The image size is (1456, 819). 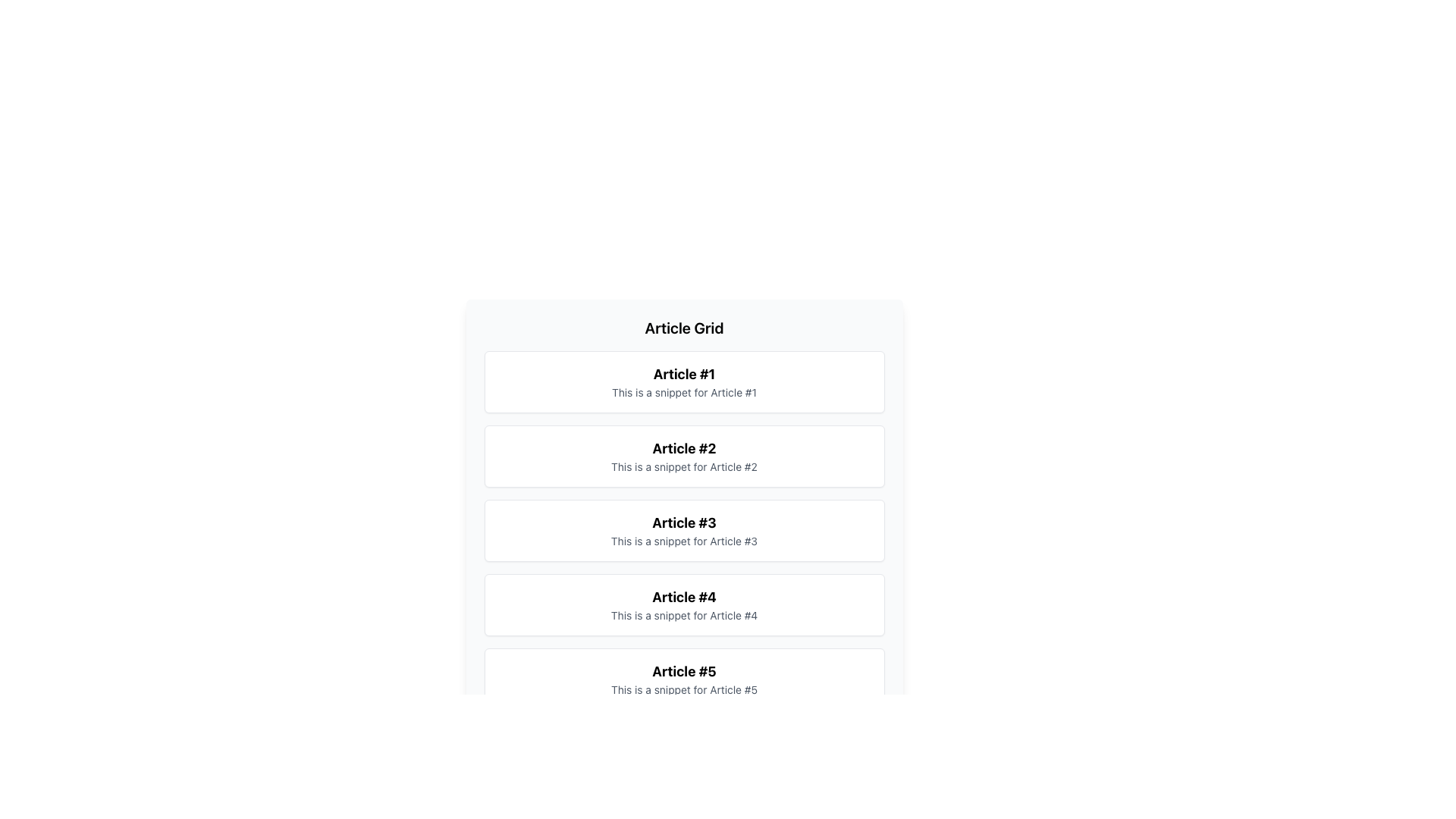 What do you see at coordinates (683, 690) in the screenshot?
I see `the descriptive text located at the bottom of the card representing 'Article #5', which is directly underneath its bold title` at bounding box center [683, 690].